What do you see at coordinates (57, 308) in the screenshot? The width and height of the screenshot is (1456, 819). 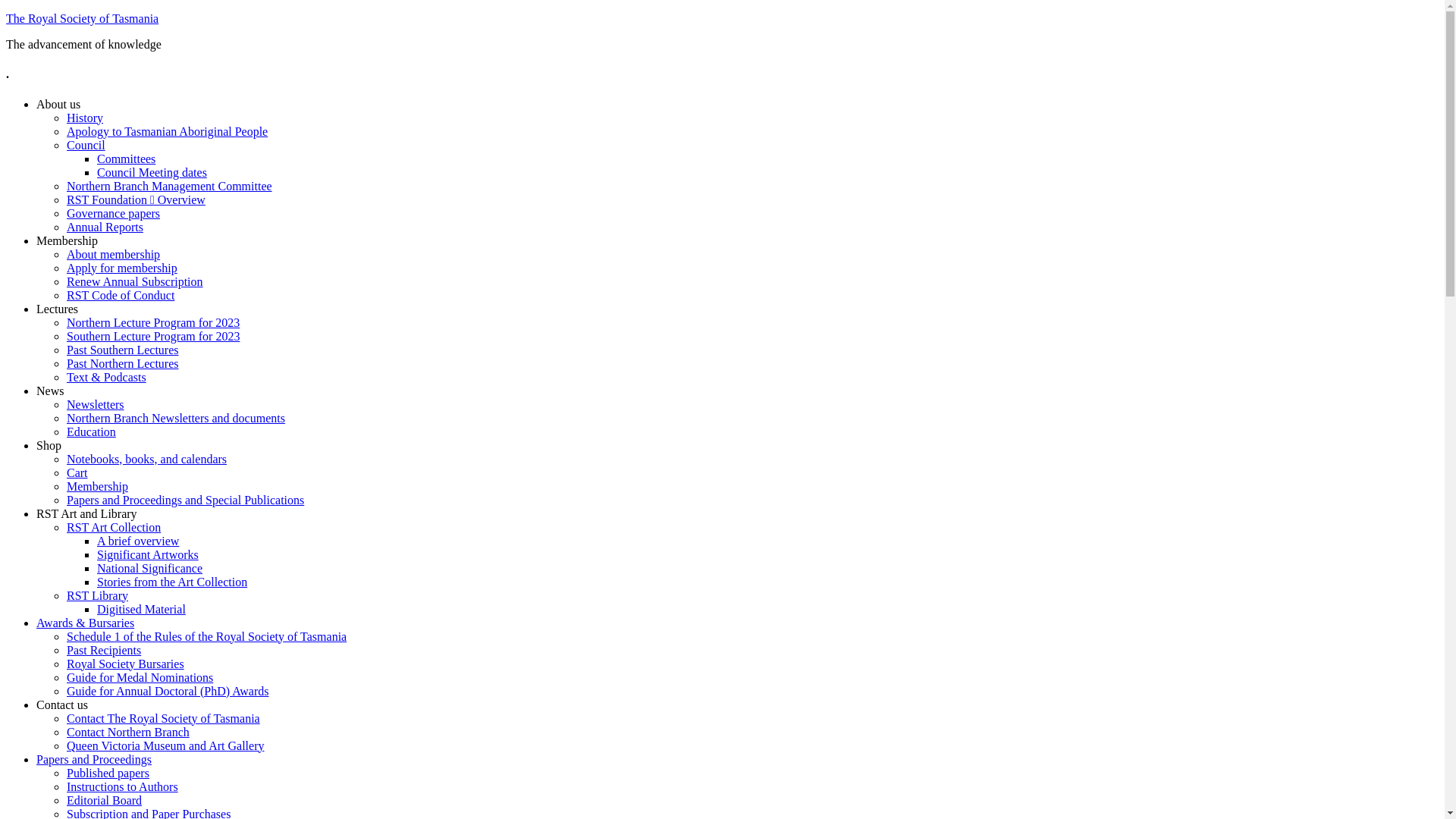 I see `'Lectures'` at bounding box center [57, 308].